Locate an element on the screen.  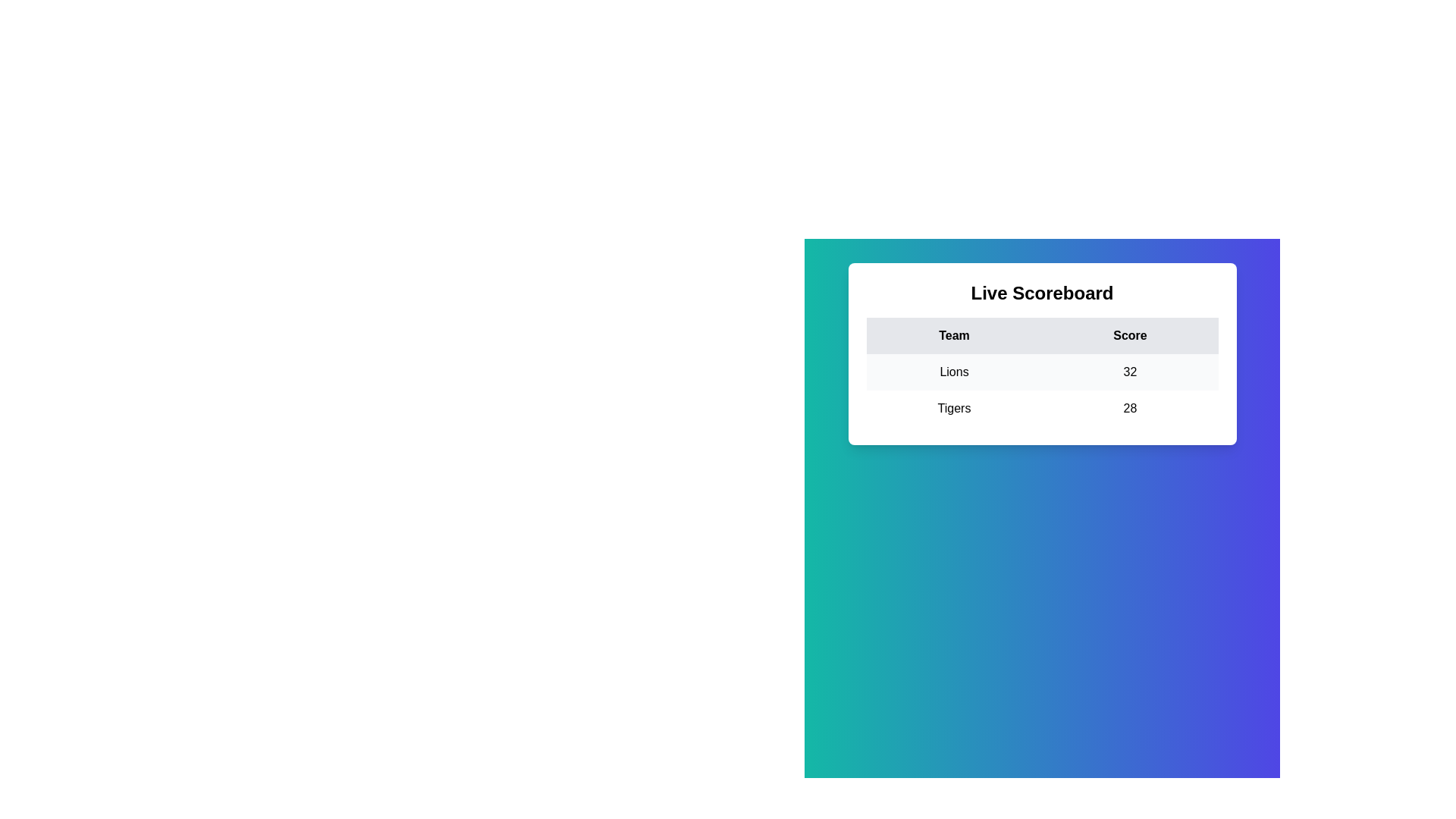
the table displaying team names and scores located below the title 'Live Scoreboard' is located at coordinates (1041, 372).